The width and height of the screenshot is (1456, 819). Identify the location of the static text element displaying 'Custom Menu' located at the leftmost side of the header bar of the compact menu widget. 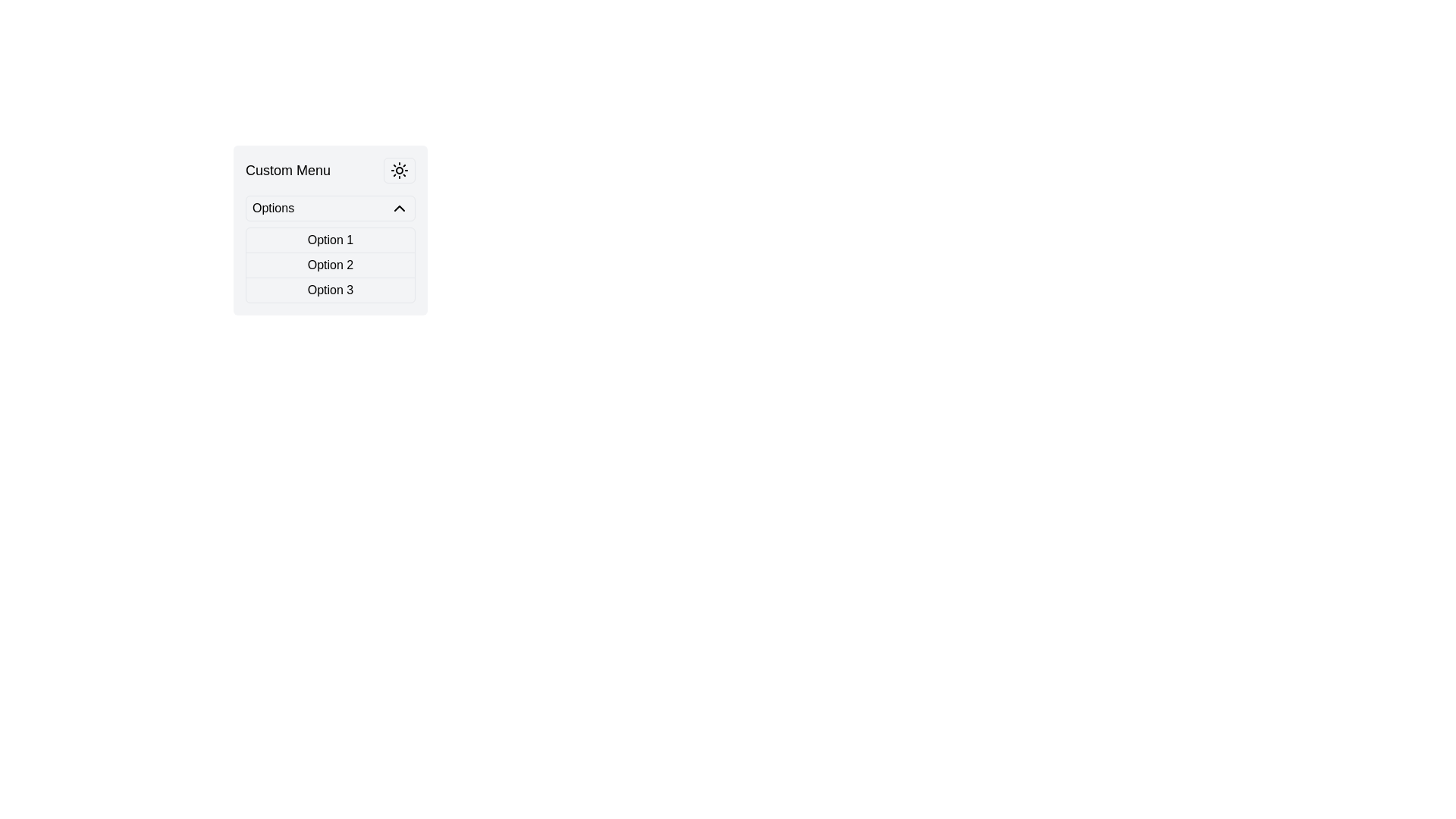
(287, 170).